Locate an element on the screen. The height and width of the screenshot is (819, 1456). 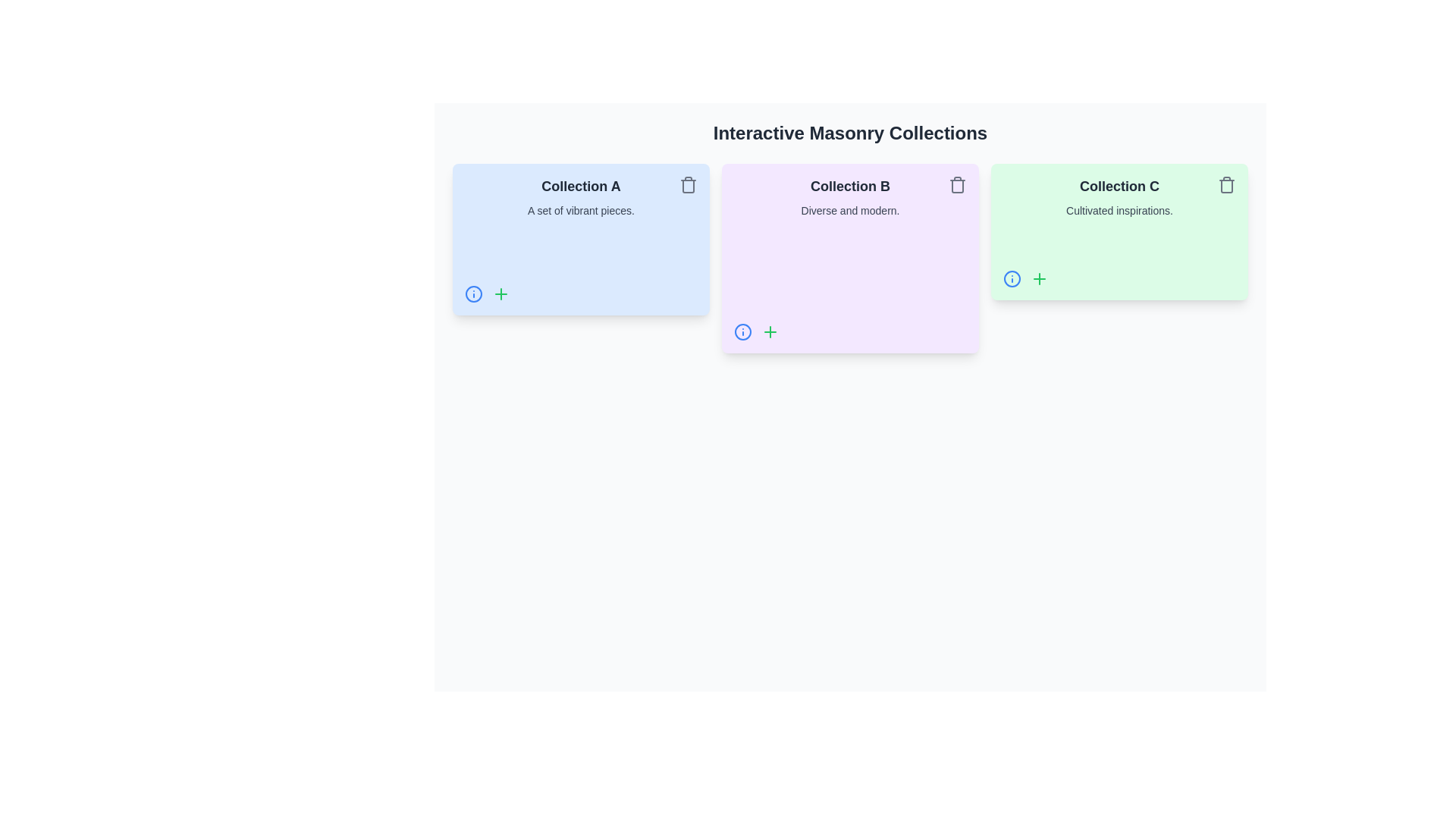
the green plus-shaped icon in the bottom-left corner of the 'Collection C' card is located at coordinates (1039, 278).